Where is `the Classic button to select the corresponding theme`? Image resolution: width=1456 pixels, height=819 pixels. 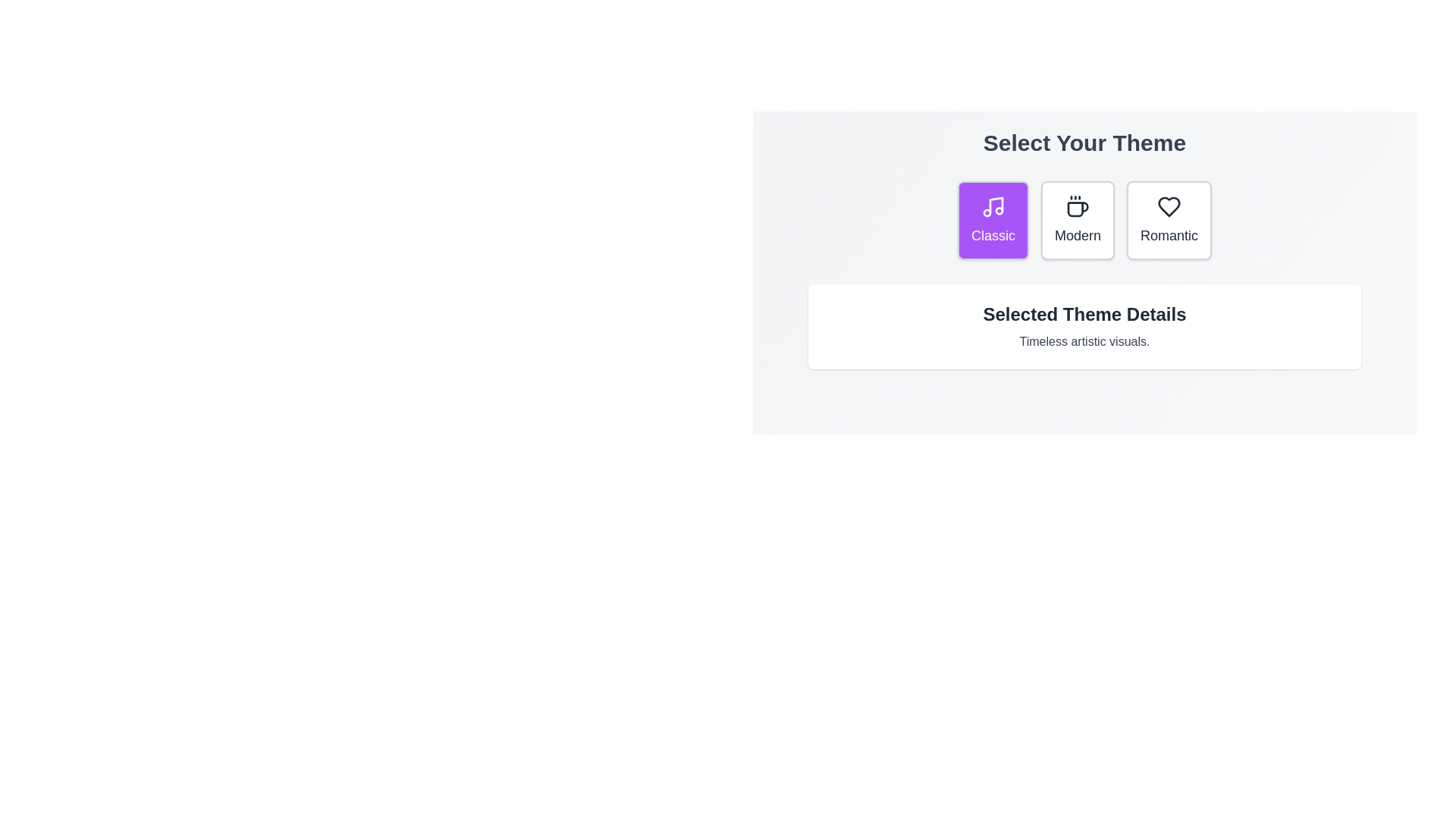 the Classic button to select the corresponding theme is located at coordinates (993, 220).